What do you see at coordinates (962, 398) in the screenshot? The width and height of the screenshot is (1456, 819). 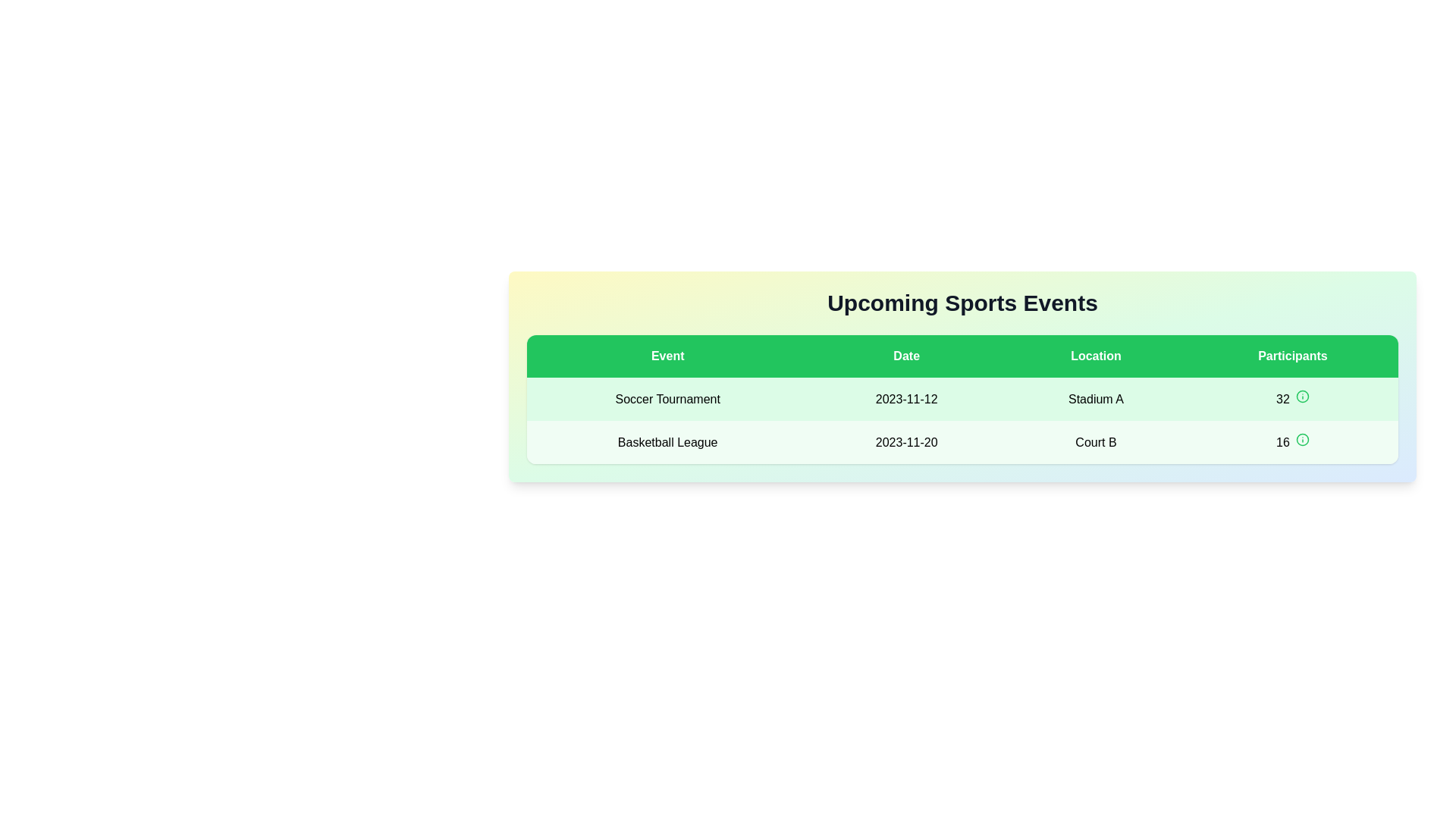 I see `the interactive element within the first row of the 'Upcoming Sports Events' table` at bounding box center [962, 398].